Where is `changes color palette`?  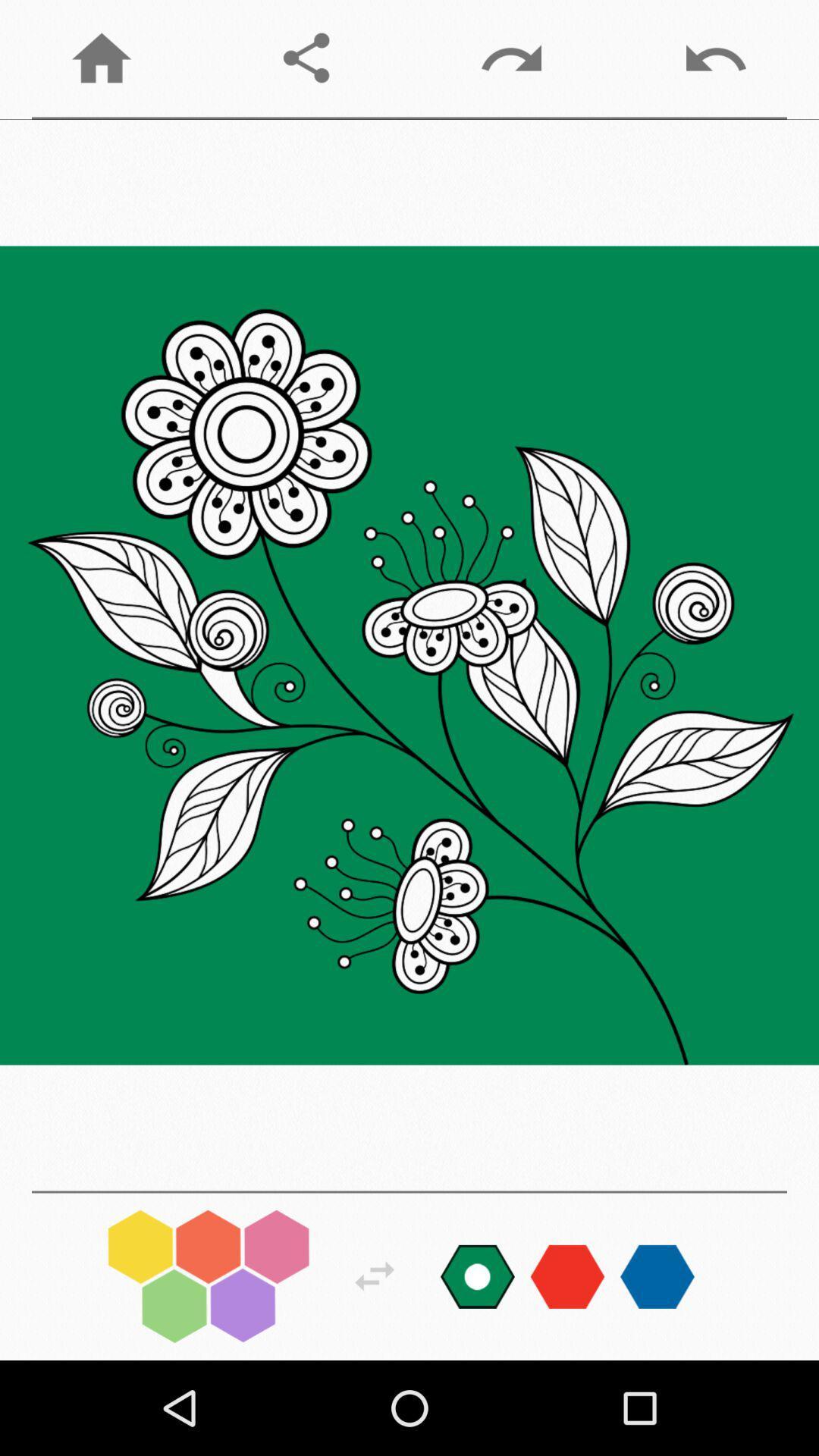 changes color palette is located at coordinates (567, 1276).